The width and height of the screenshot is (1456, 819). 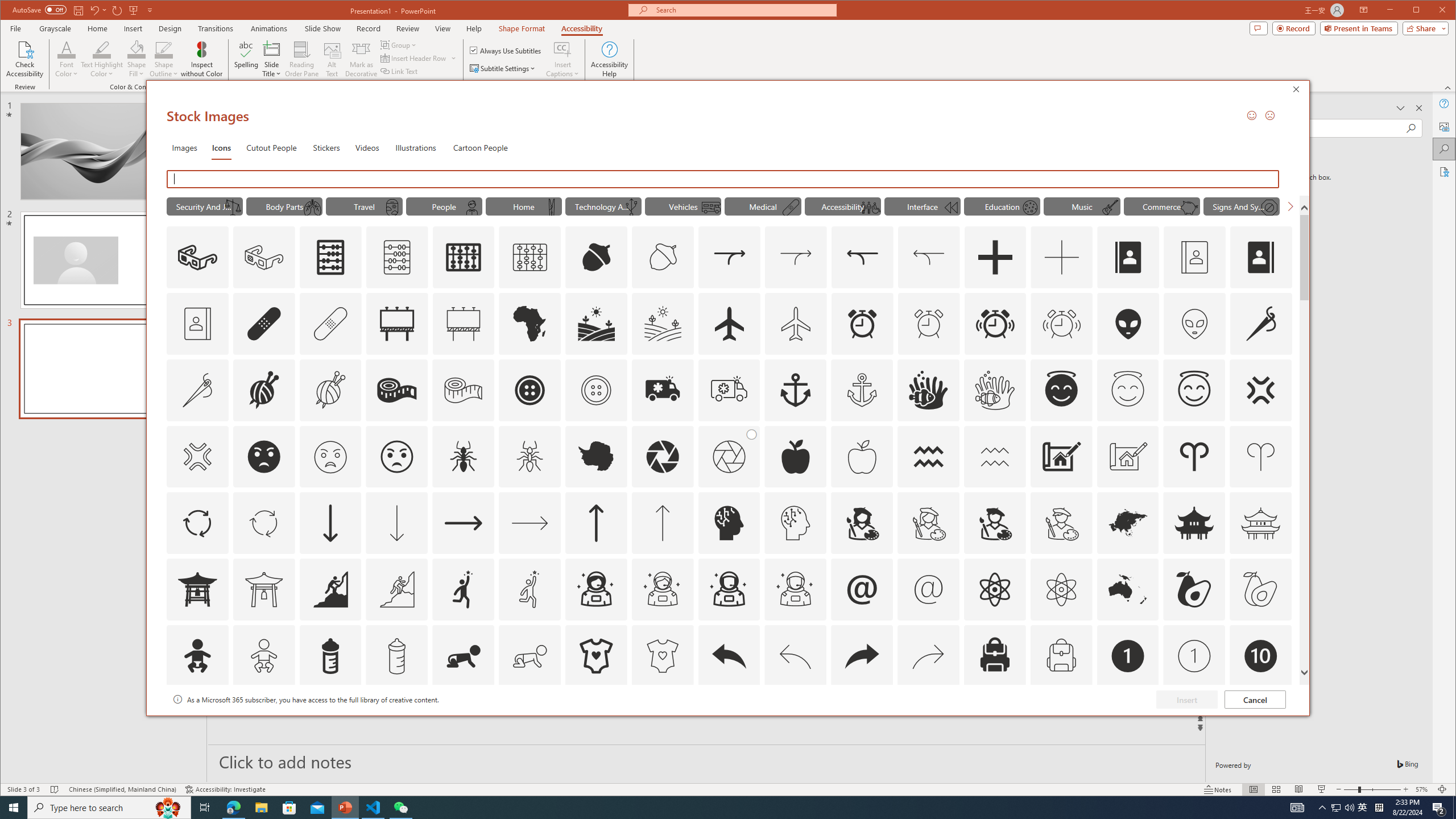 I want to click on 'AutomationID: Icons_AlterationsTailoring2', so click(x=396, y=390).